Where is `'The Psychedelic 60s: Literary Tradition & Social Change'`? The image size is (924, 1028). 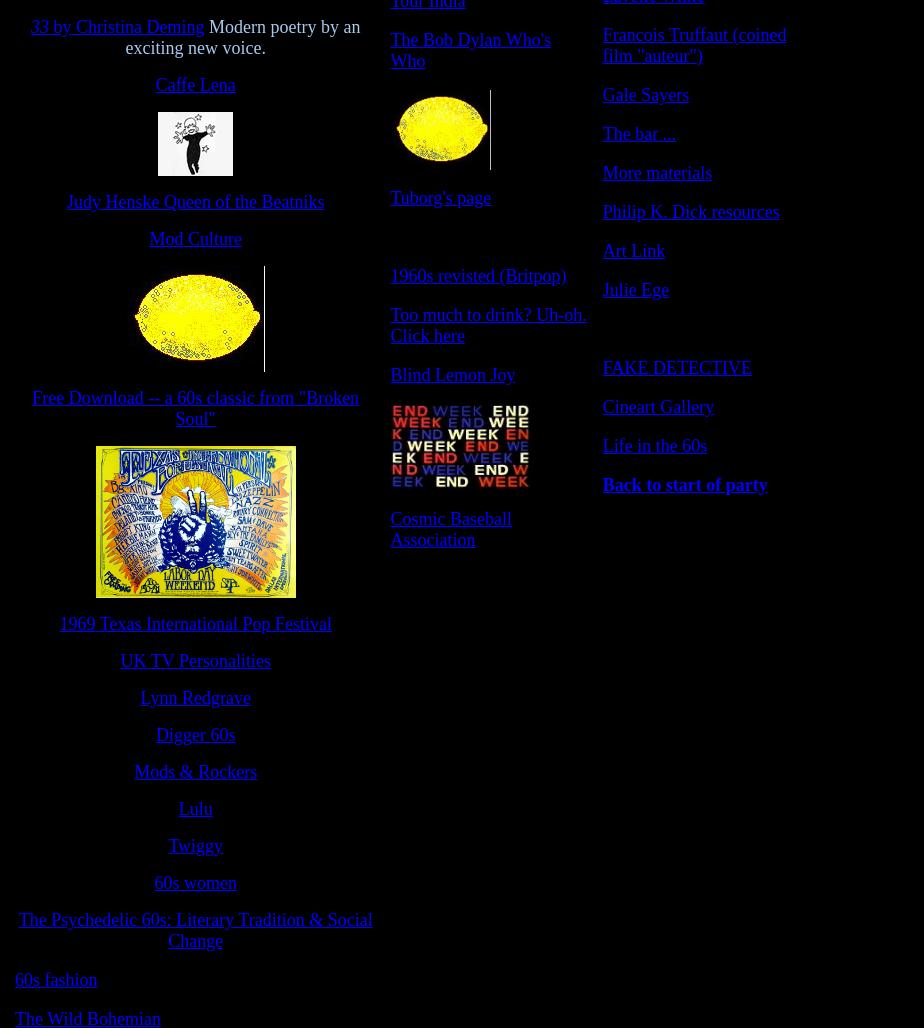 'The Psychedelic 60s: Literary Tradition & Social Change' is located at coordinates (18, 930).